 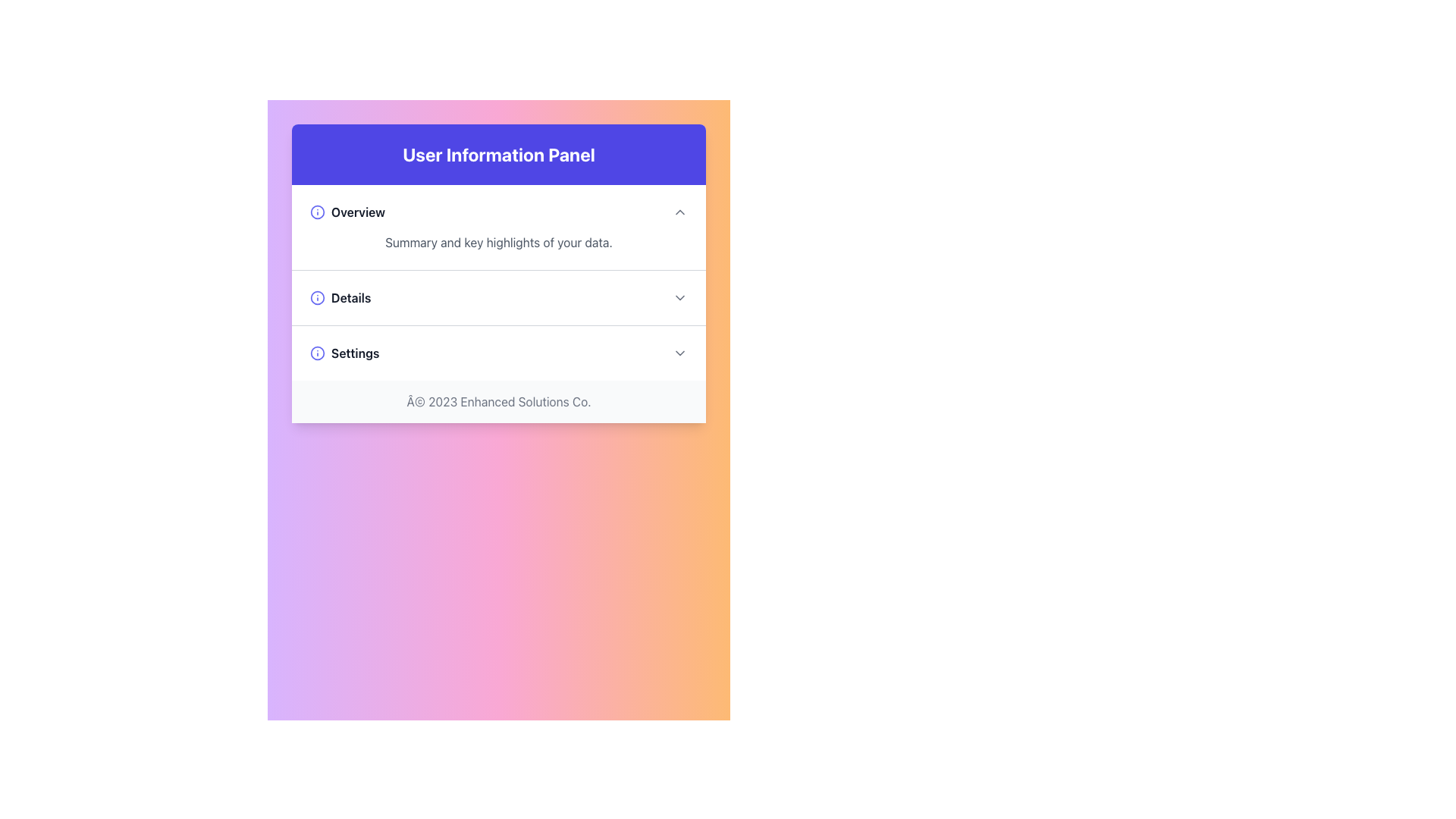 What do you see at coordinates (316, 353) in the screenshot?
I see `the circular vector shape that is part of the illustrative icon located to the left of the 'Overview' label in the 'User Information Panel'` at bounding box center [316, 353].